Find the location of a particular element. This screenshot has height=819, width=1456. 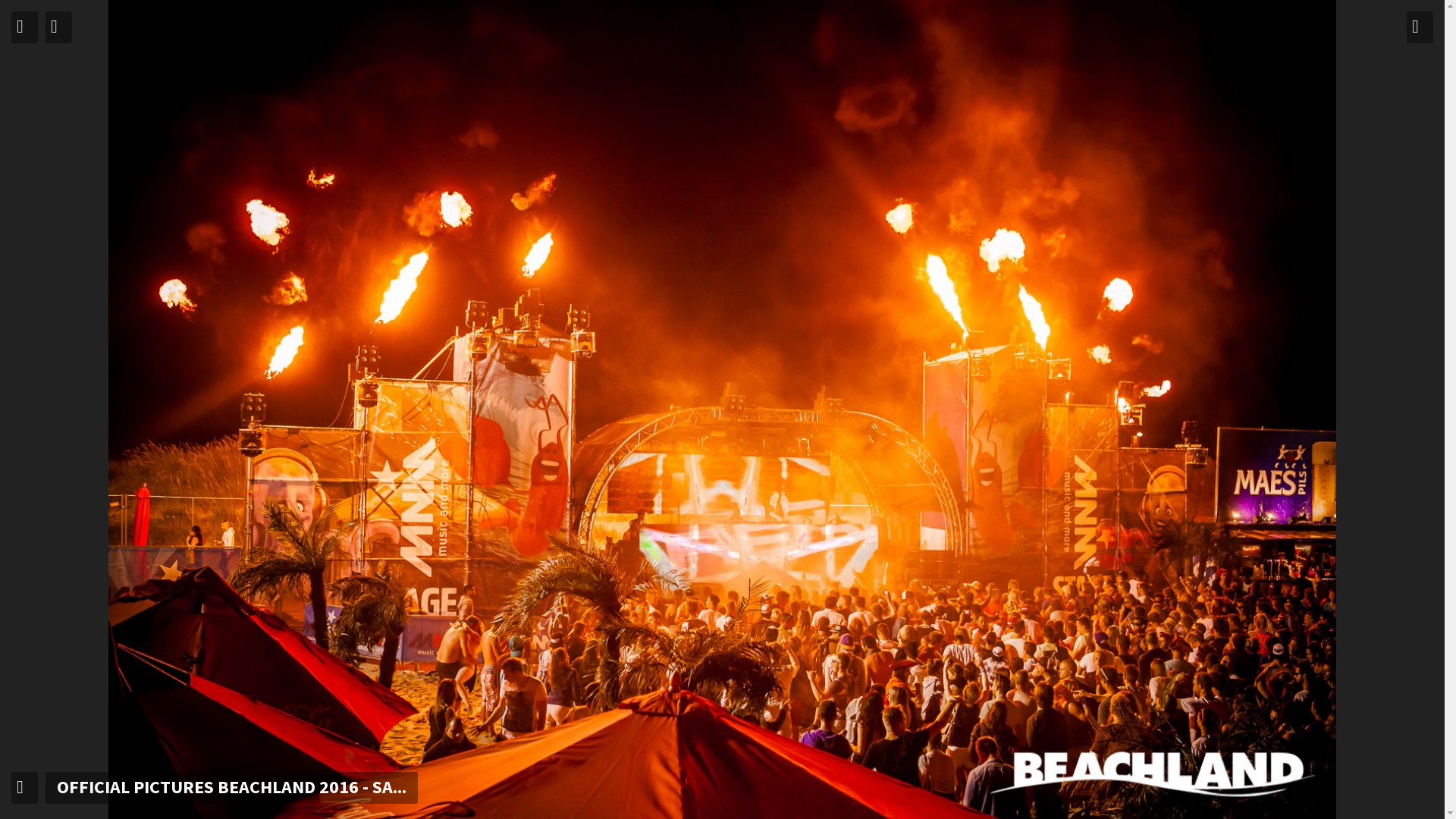

' ' is located at coordinates (1419, 27).